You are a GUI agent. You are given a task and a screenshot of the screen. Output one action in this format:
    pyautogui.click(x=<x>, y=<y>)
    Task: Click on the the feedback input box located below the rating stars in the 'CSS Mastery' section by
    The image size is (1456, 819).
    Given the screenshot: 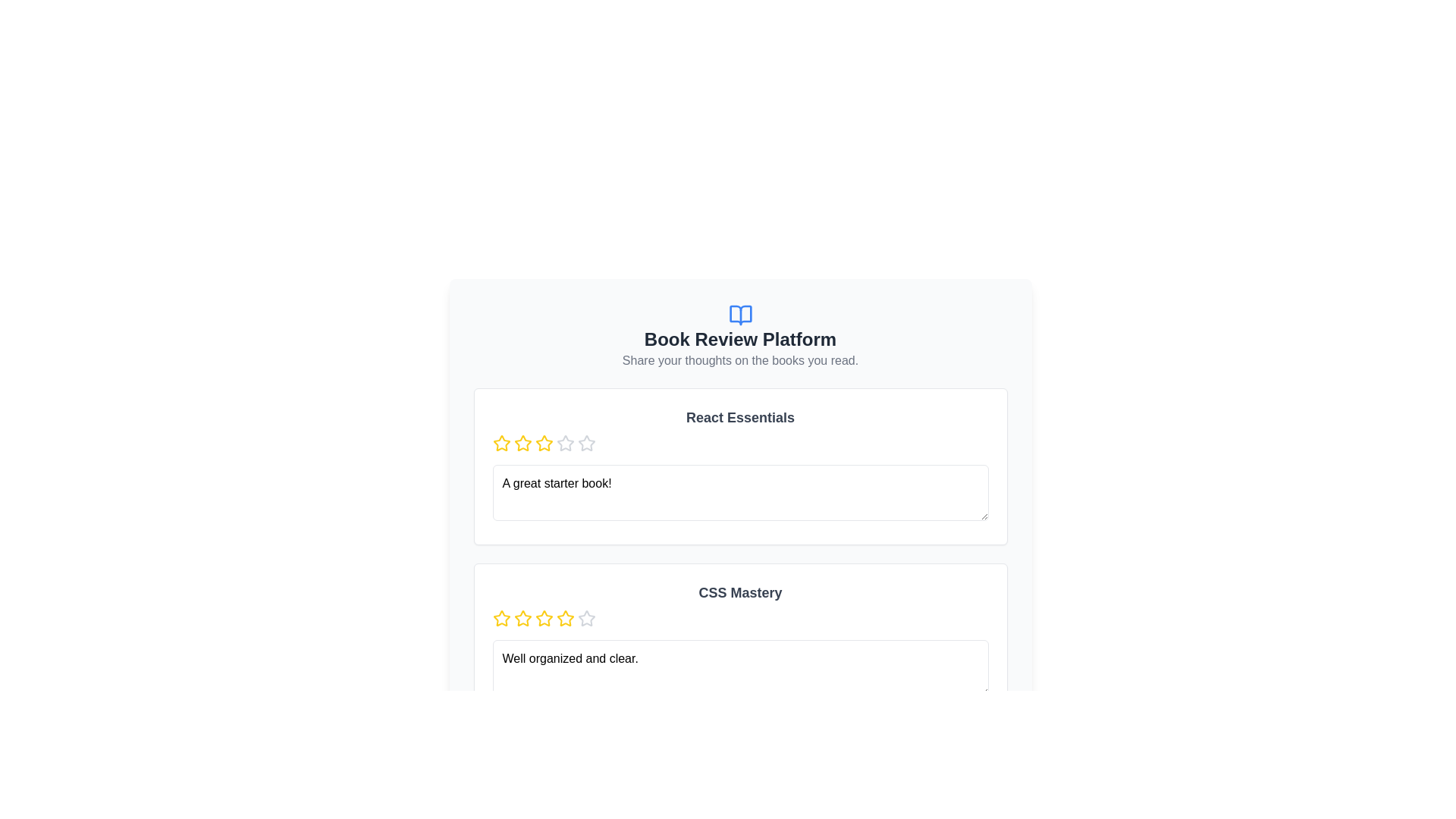 What is the action you would take?
    pyautogui.click(x=740, y=667)
    